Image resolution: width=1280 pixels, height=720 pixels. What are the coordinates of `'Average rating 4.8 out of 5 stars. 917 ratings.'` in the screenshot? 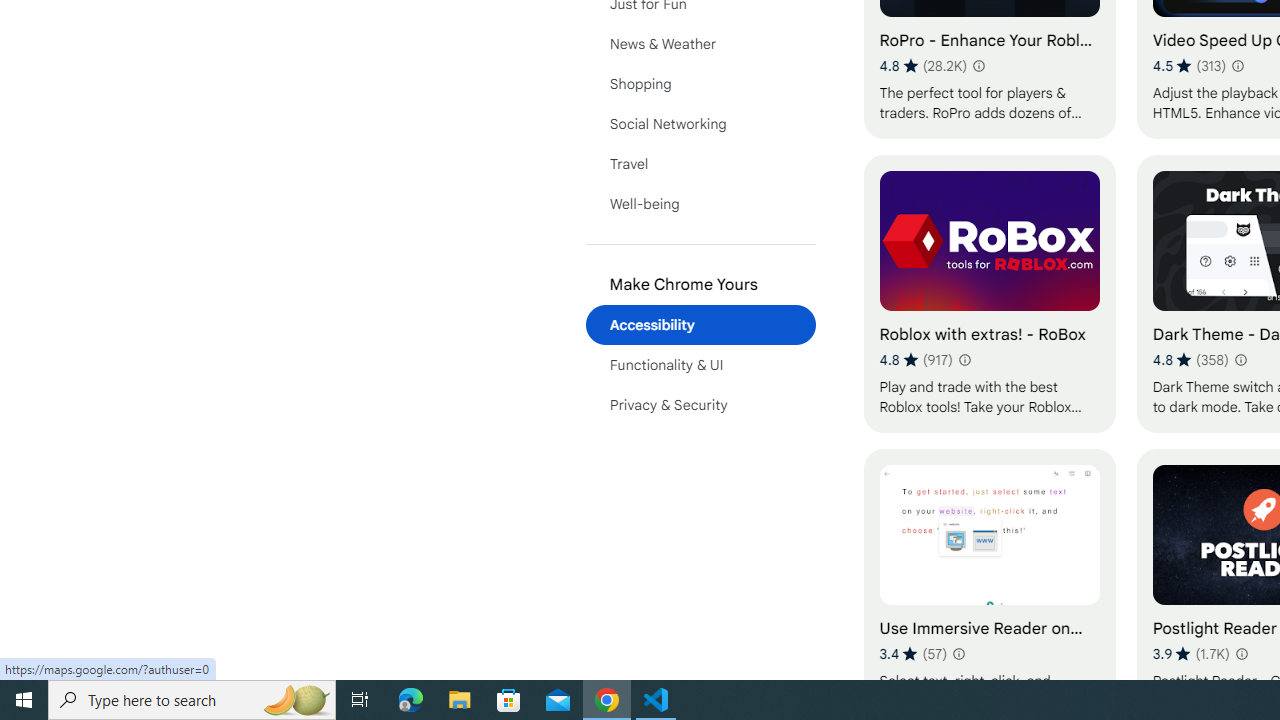 It's located at (915, 360).